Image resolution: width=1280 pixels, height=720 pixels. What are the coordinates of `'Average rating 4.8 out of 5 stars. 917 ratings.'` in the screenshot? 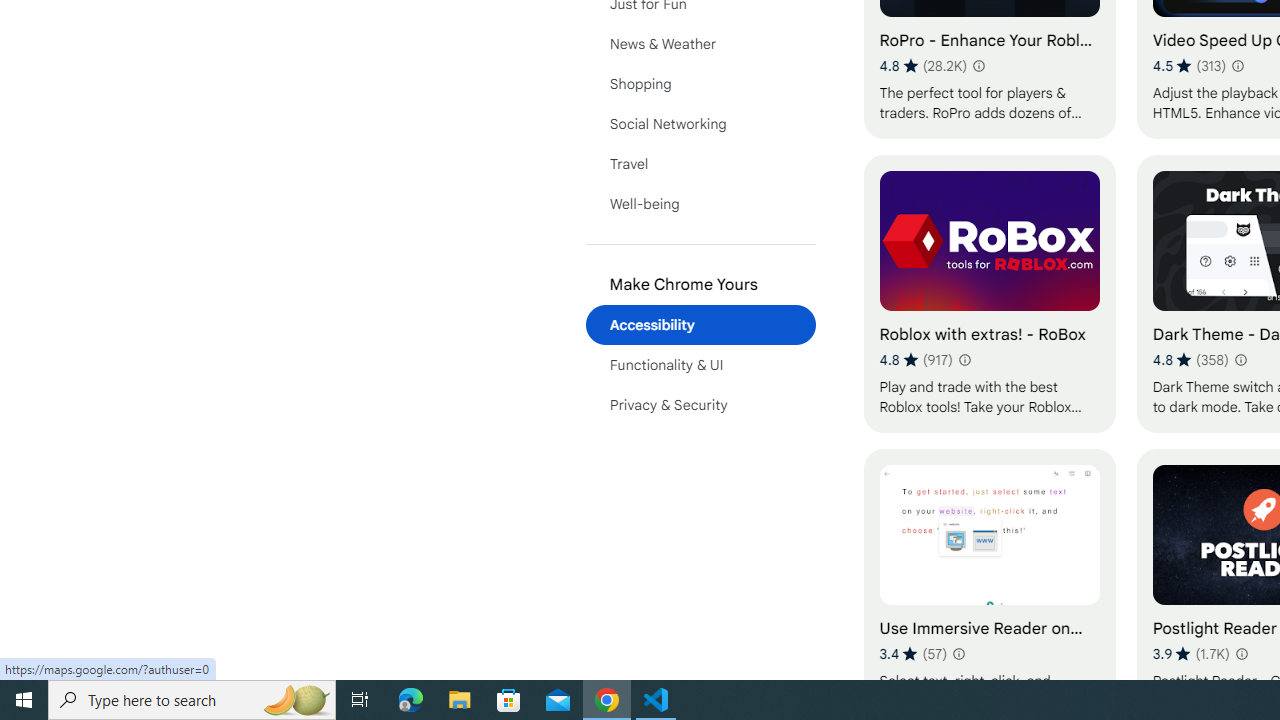 It's located at (915, 360).